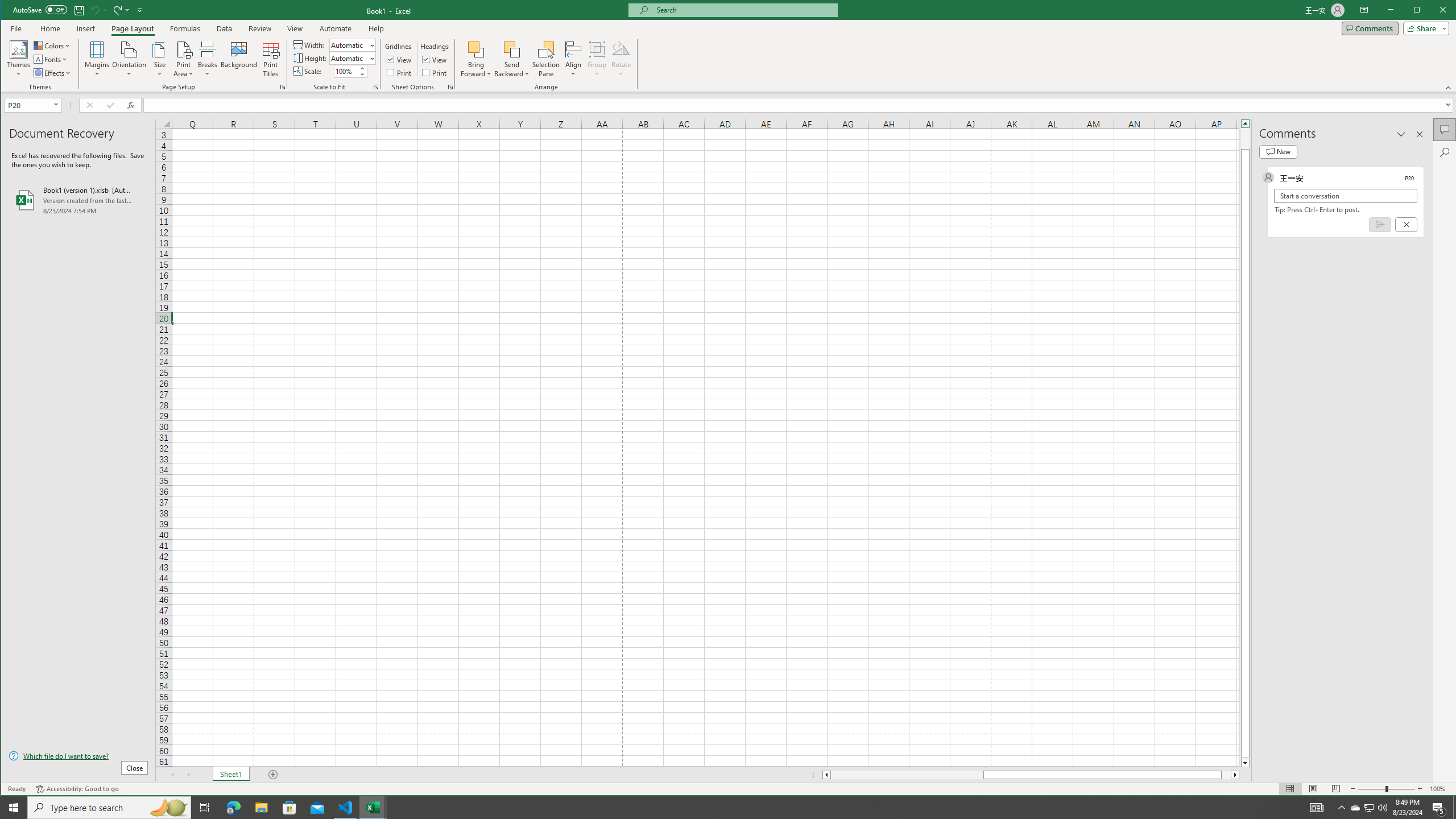 This screenshot has height=819, width=1456. What do you see at coordinates (1444, 152) in the screenshot?
I see `'Search'` at bounding box center [1444, 152].